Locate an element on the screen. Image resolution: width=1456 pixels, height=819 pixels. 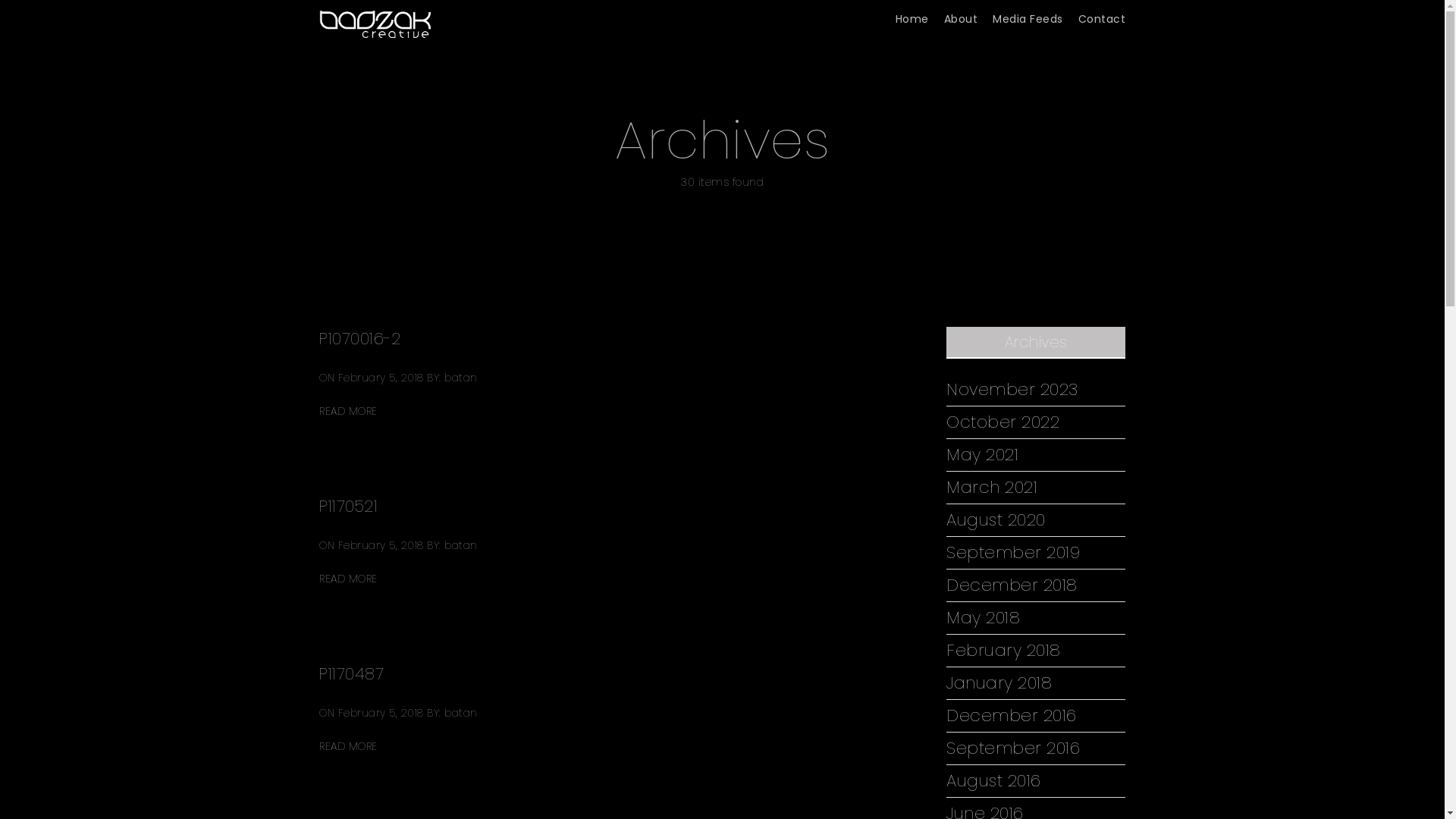
'August 2016' is located at coordinates (993, 780).